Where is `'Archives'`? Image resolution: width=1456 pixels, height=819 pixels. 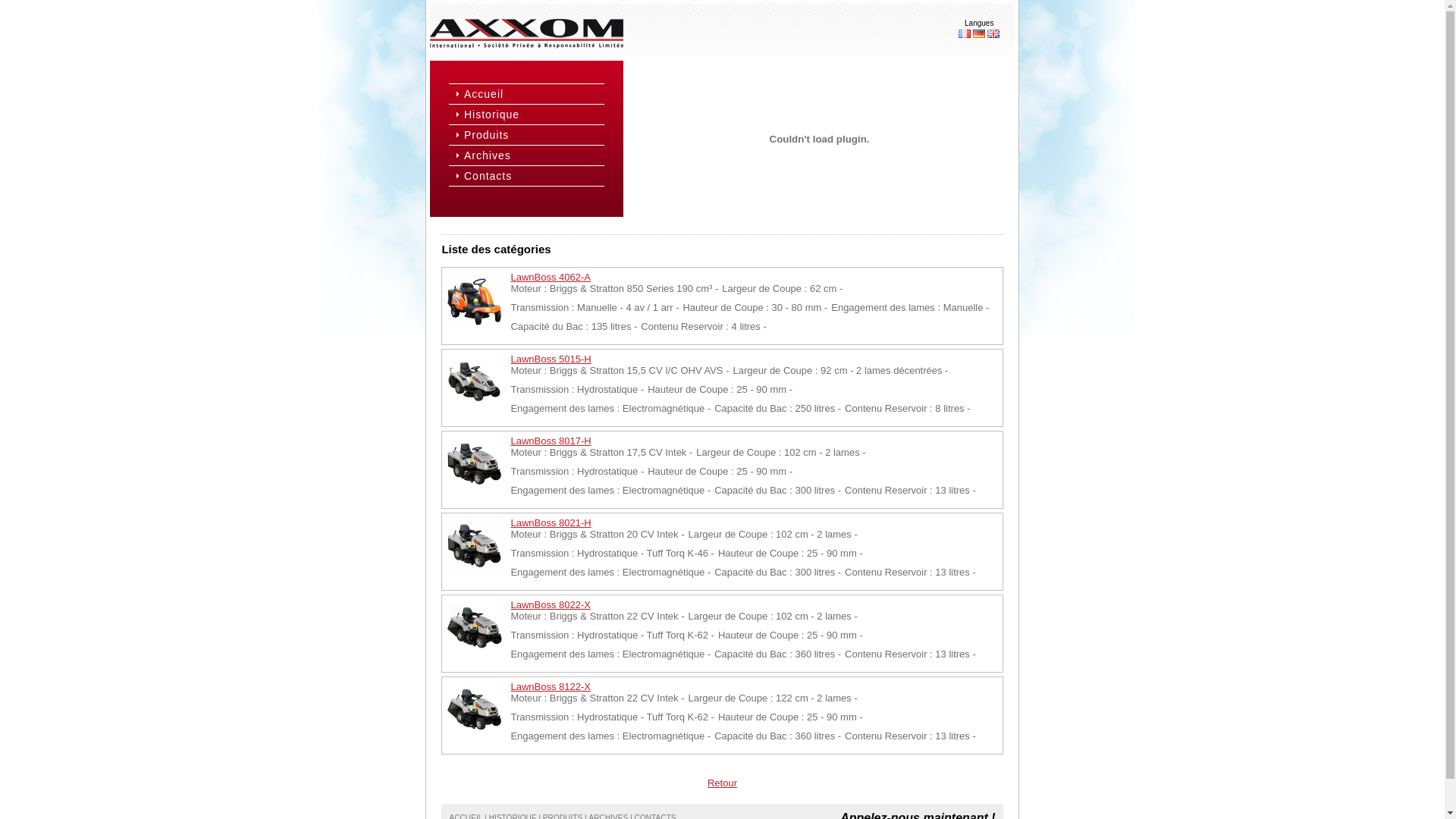 'Archives' is located at coordinates (532, 155).